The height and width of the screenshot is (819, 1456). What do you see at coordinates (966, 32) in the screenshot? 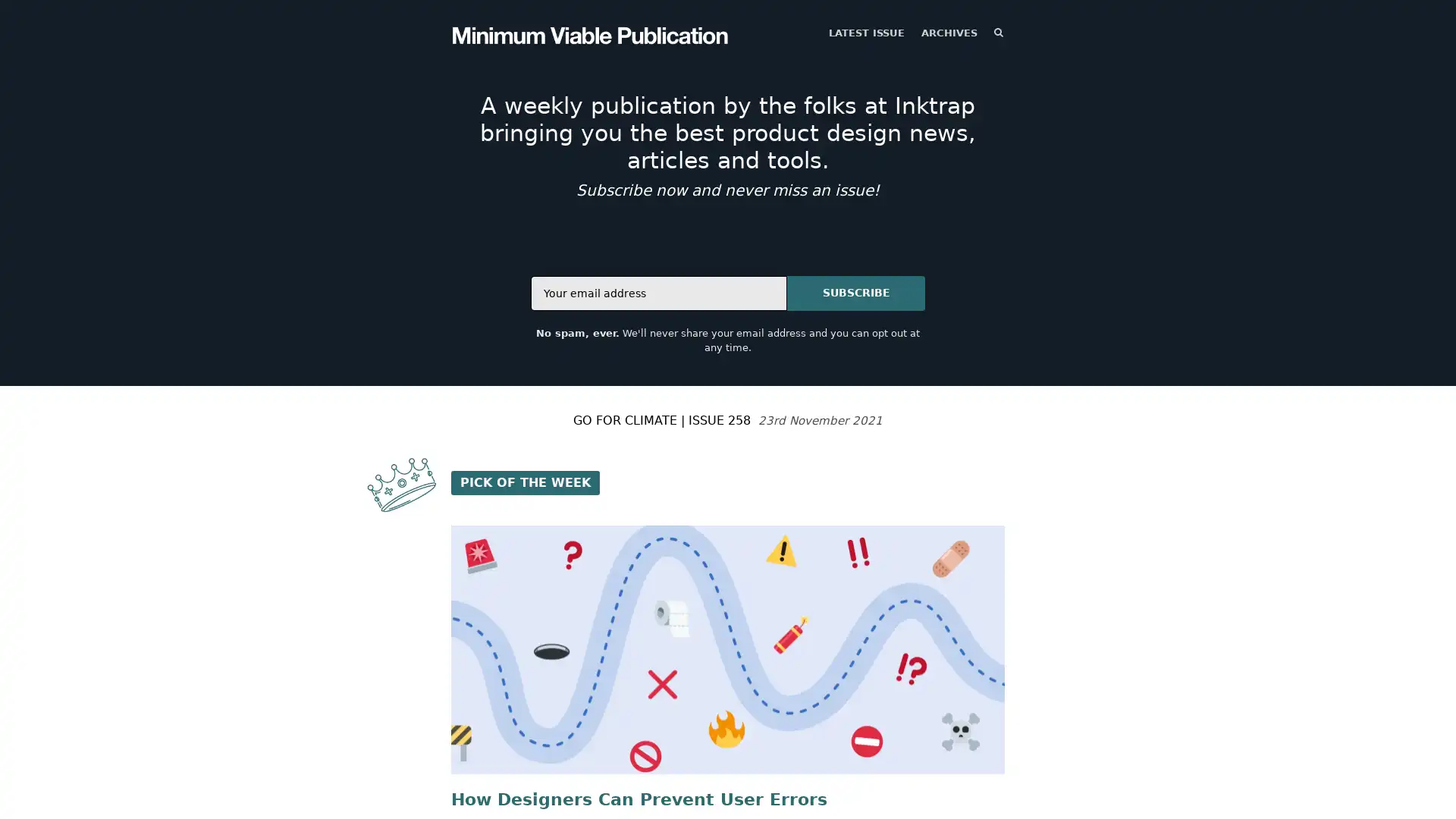
I see `SEARCH` at bounding box center [966, 32].